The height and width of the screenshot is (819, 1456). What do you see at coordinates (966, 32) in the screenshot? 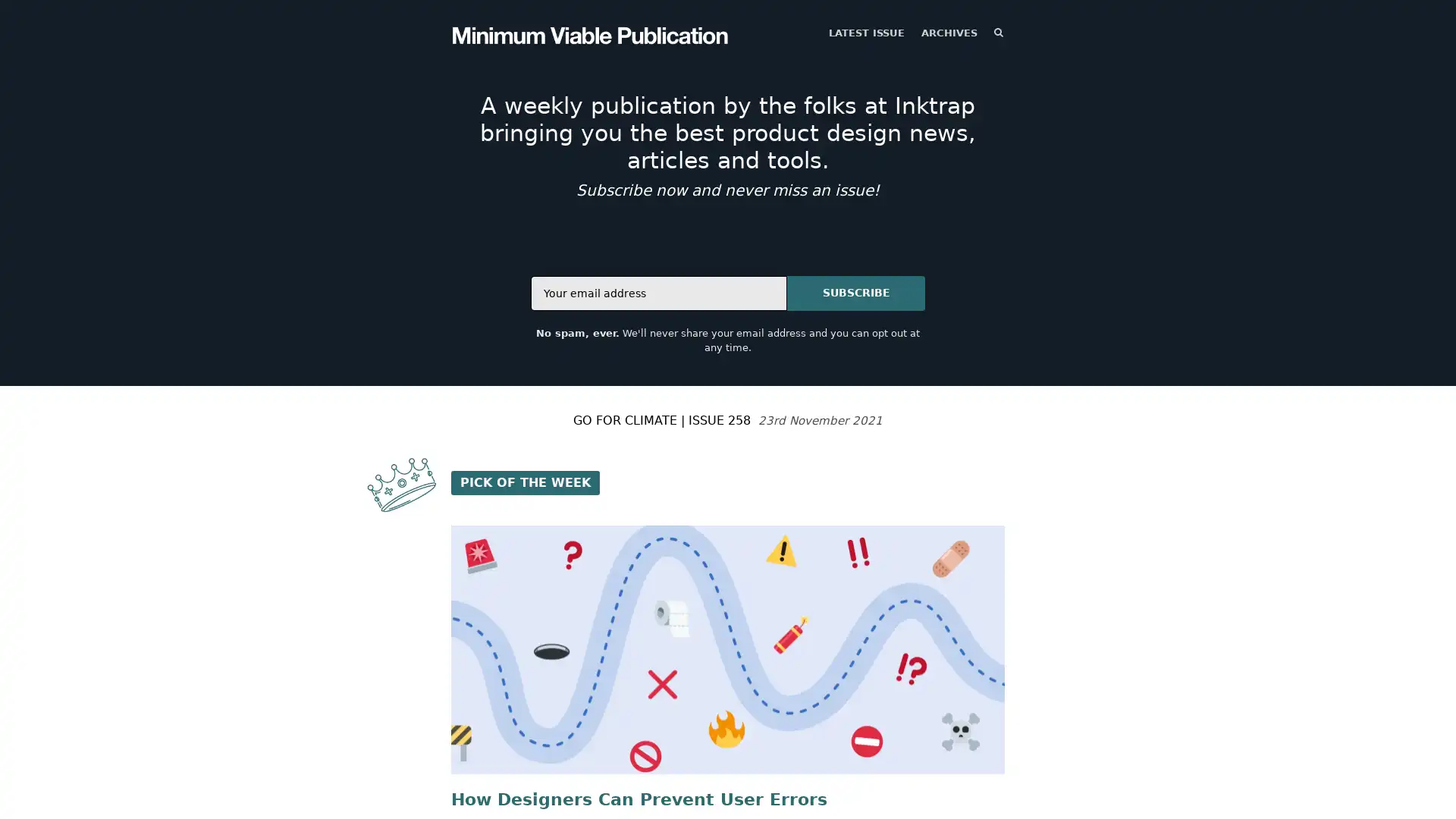
I see `SEARCH` at bounding box center [966, 32].